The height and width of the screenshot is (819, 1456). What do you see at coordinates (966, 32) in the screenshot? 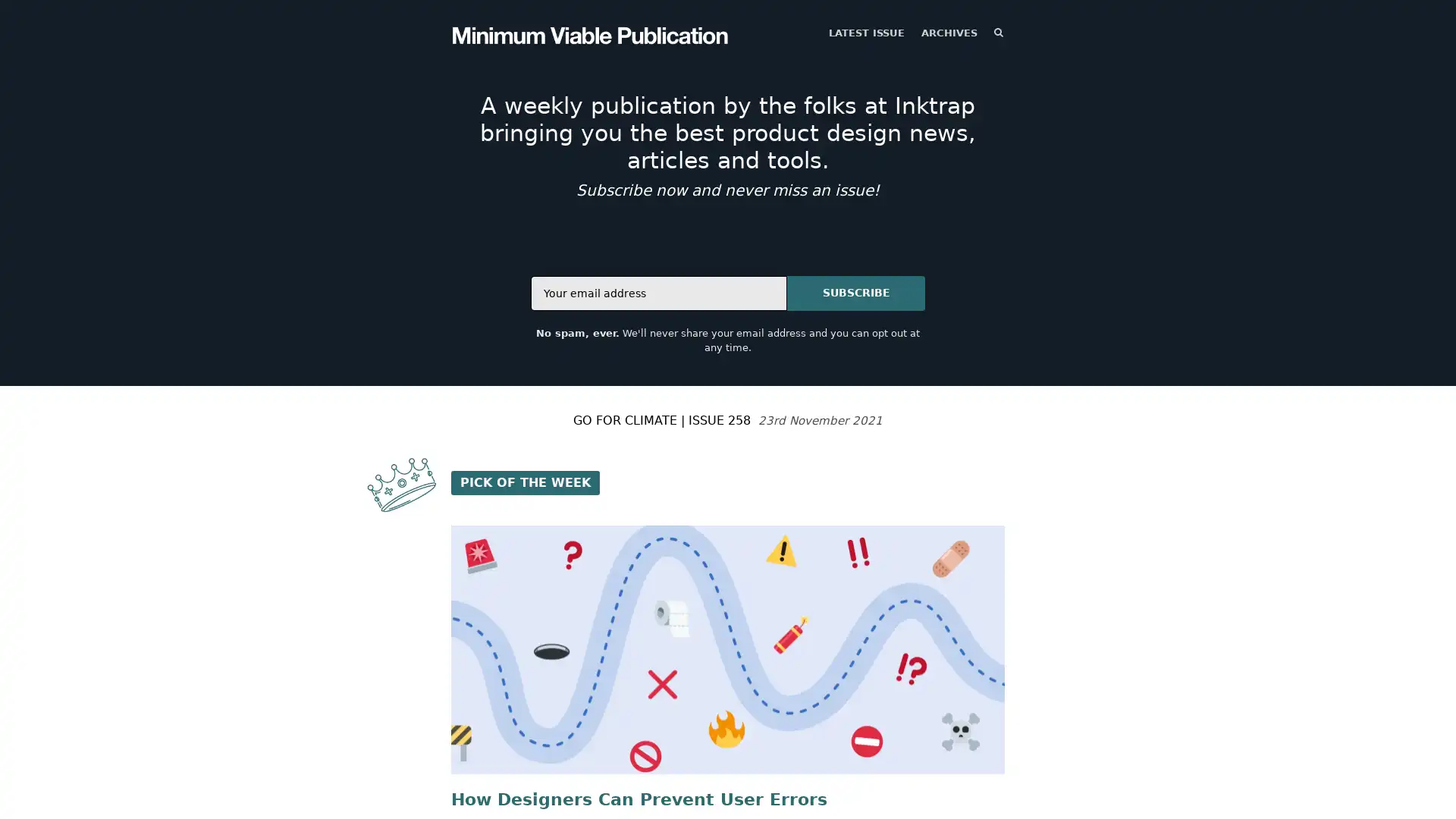
I see `SEARCH` at bounding box center [966, 32].